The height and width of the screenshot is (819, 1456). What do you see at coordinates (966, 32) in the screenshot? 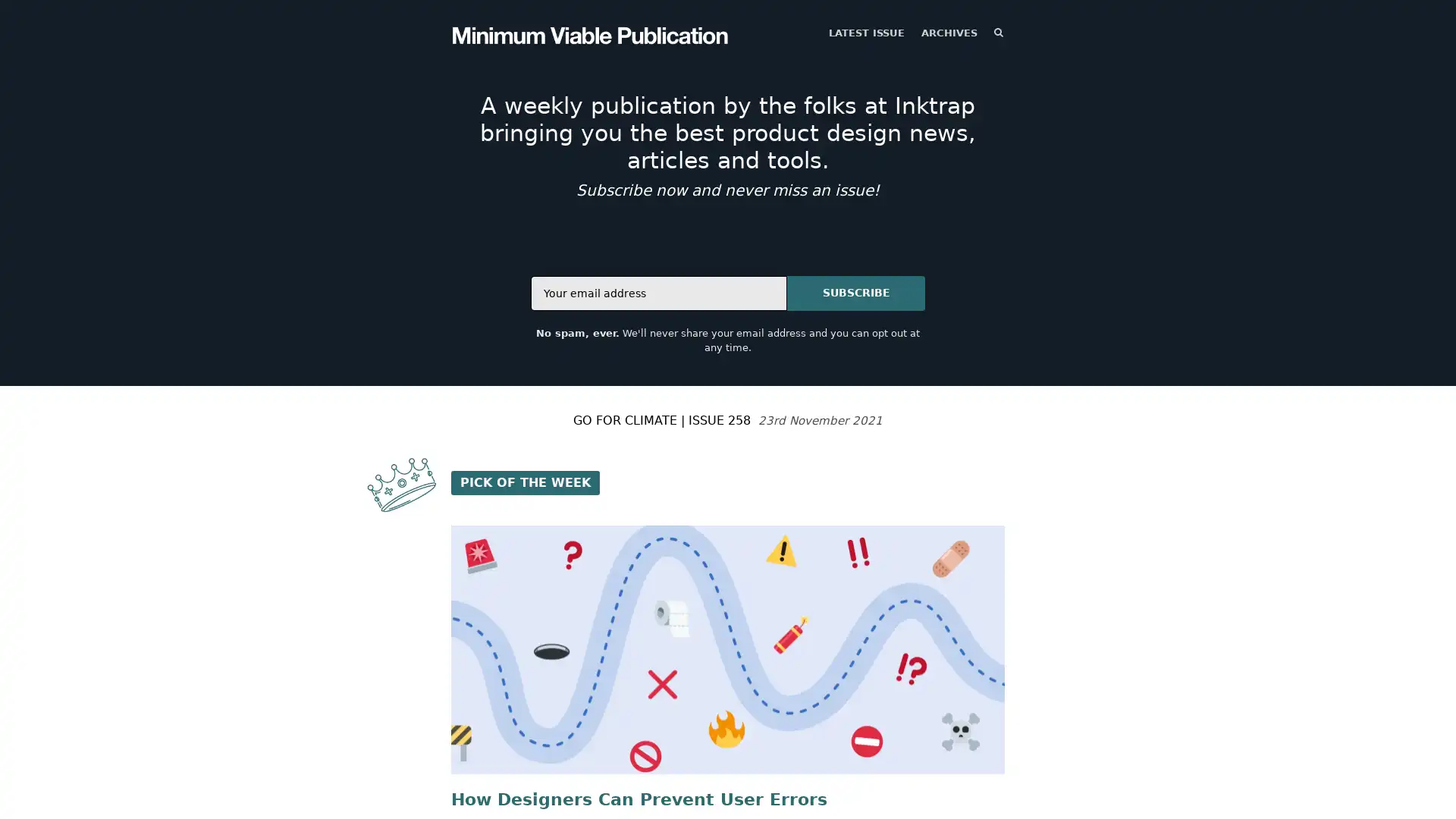
I see `SEARCH` at bounding box center [966, 32].